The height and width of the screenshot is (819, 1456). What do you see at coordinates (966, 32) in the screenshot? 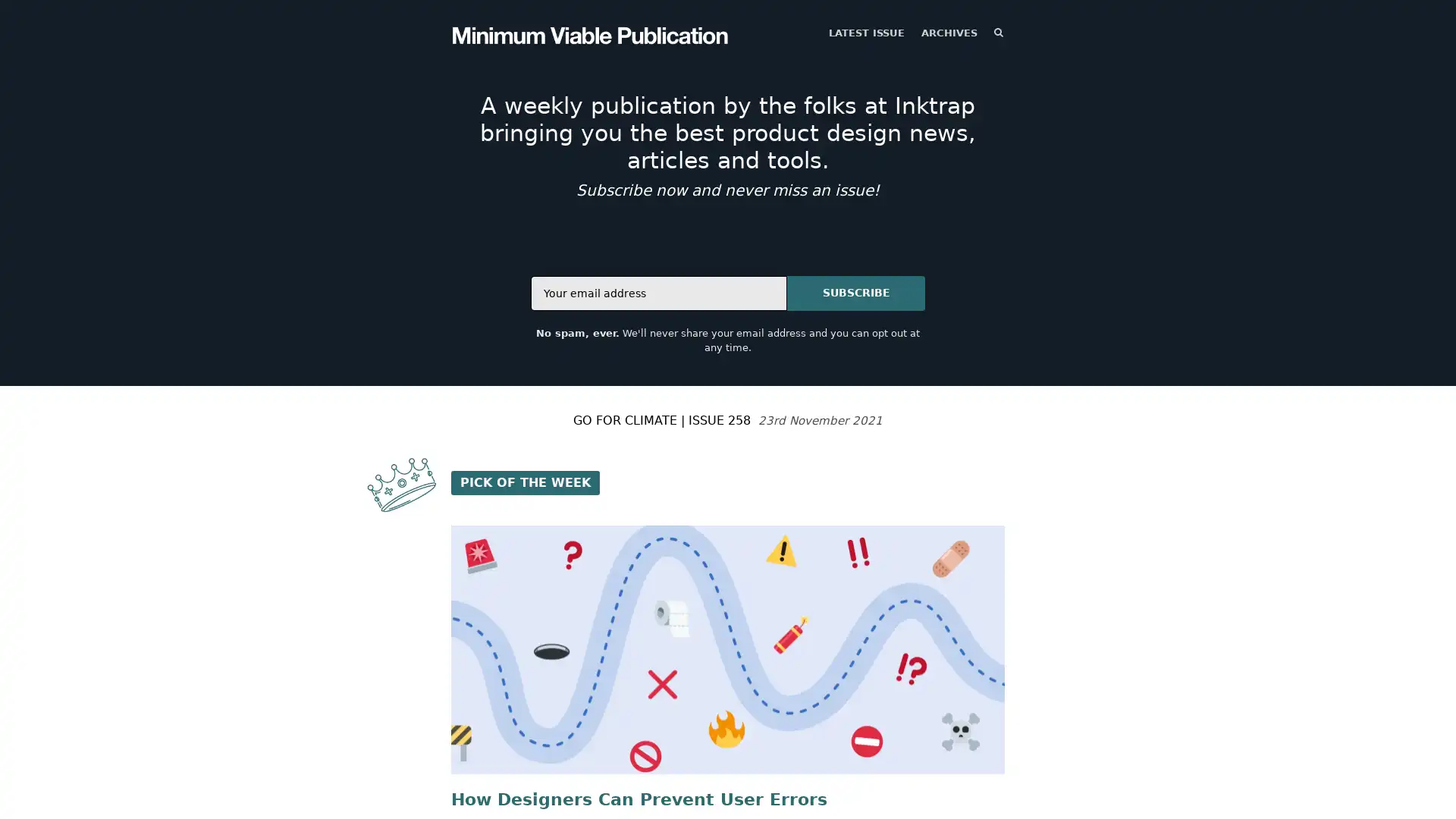
I see `SEARCH` at bounding box center [966, 32].